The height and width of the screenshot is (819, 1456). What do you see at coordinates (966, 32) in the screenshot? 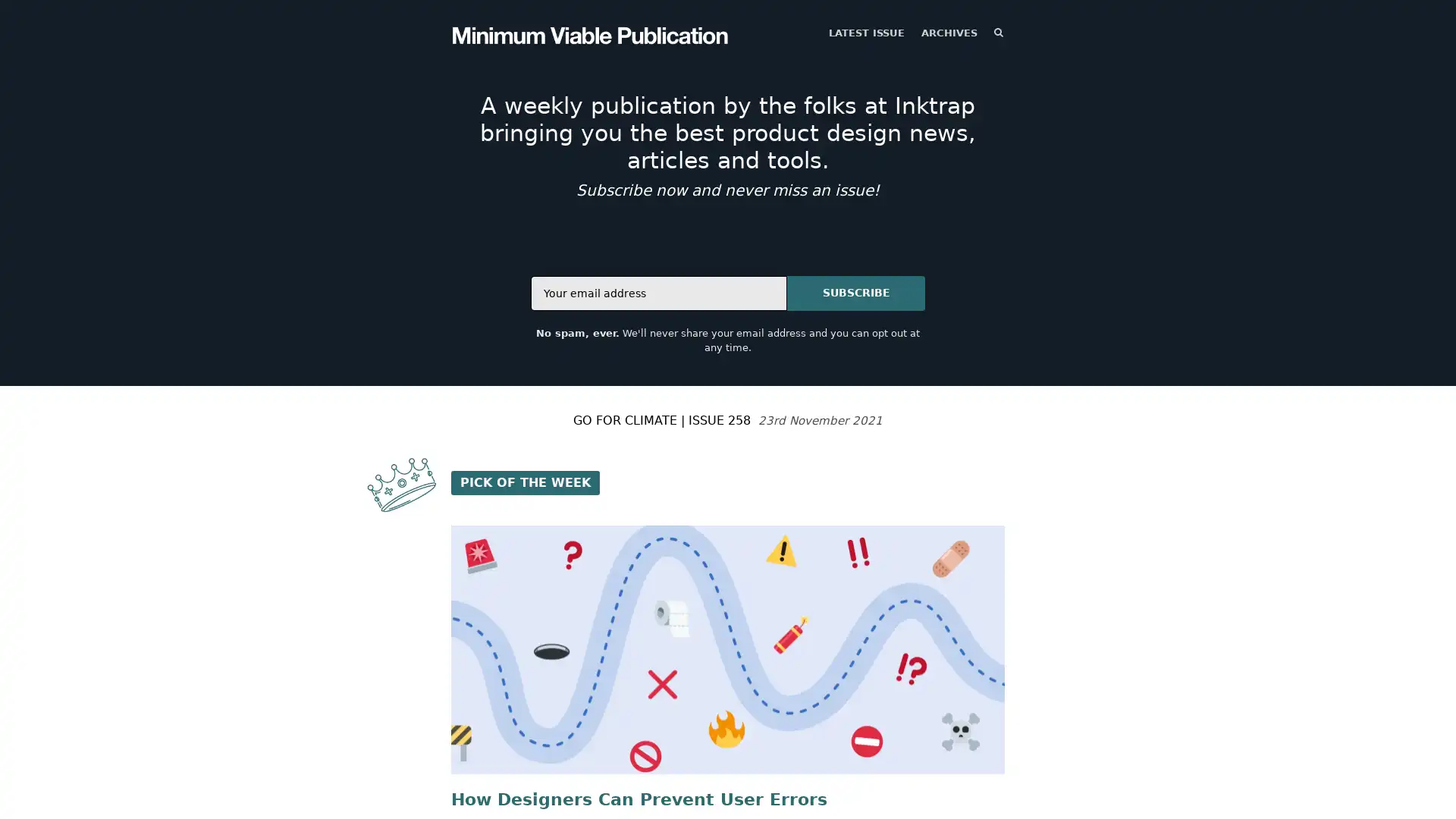
I see `SEARCH` at bounding box center [966, 32].